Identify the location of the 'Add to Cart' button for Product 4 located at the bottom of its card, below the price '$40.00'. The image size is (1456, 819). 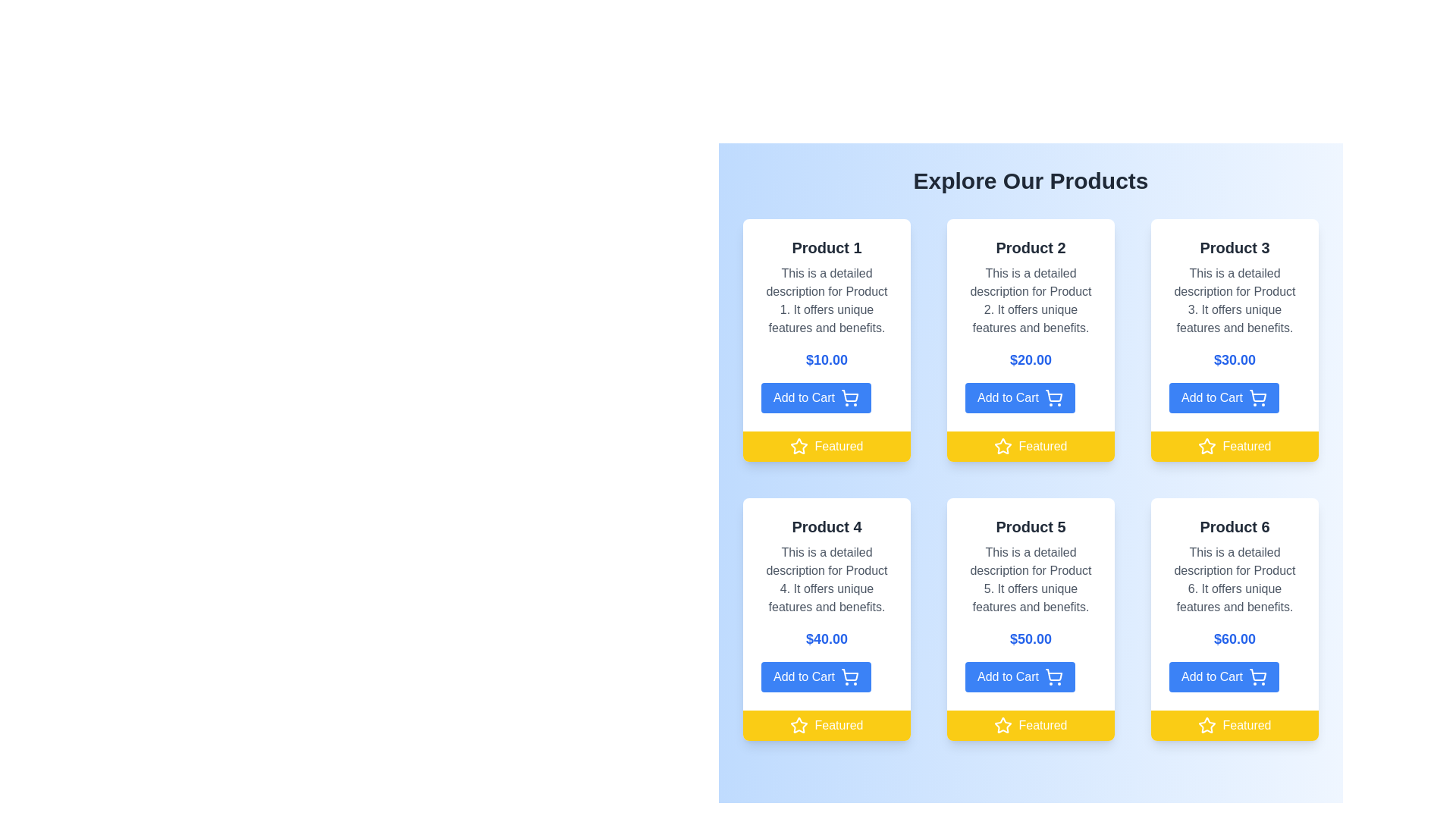
(815, 676).